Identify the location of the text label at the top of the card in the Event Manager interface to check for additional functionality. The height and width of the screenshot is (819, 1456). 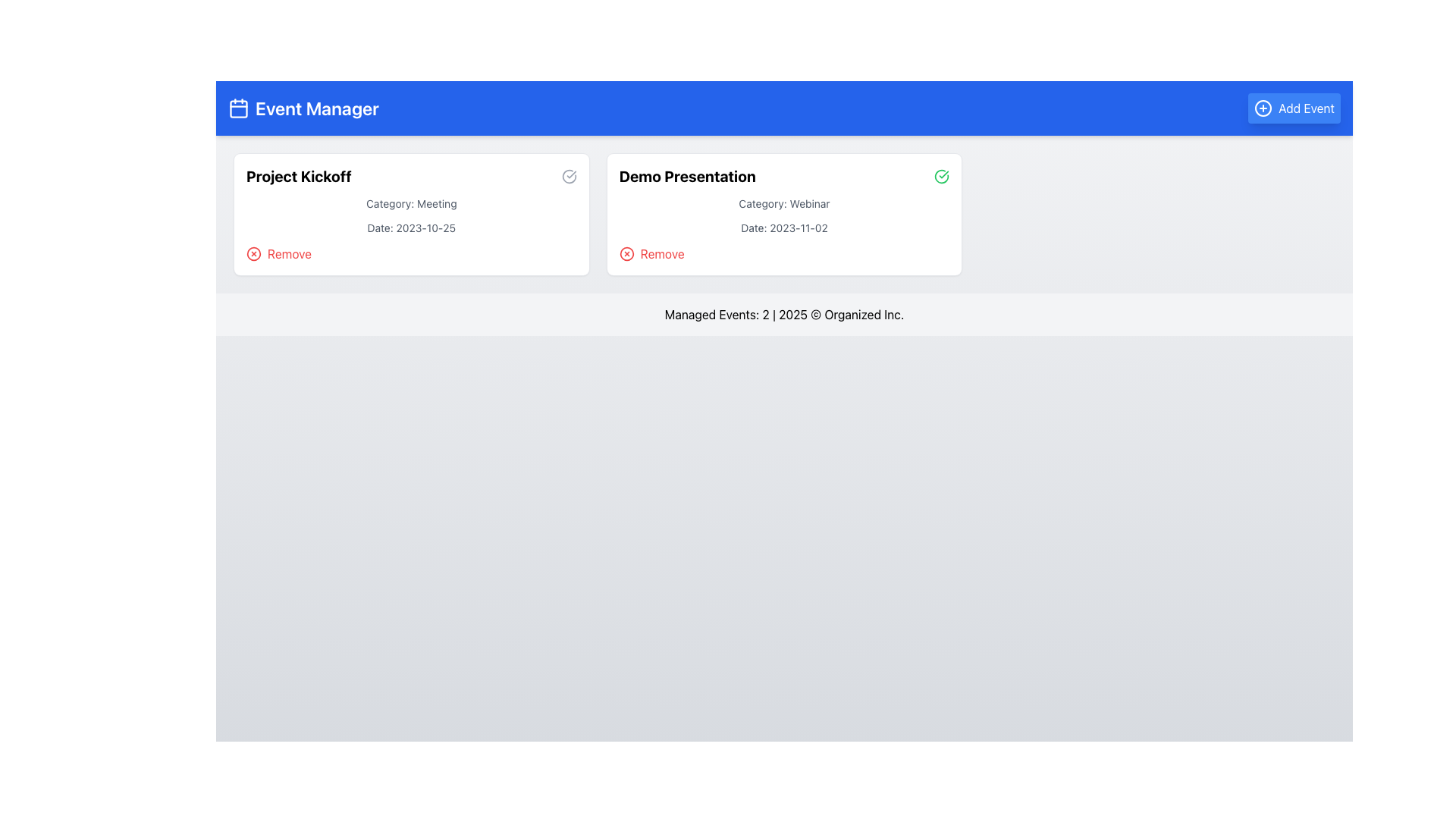
(686, 175).